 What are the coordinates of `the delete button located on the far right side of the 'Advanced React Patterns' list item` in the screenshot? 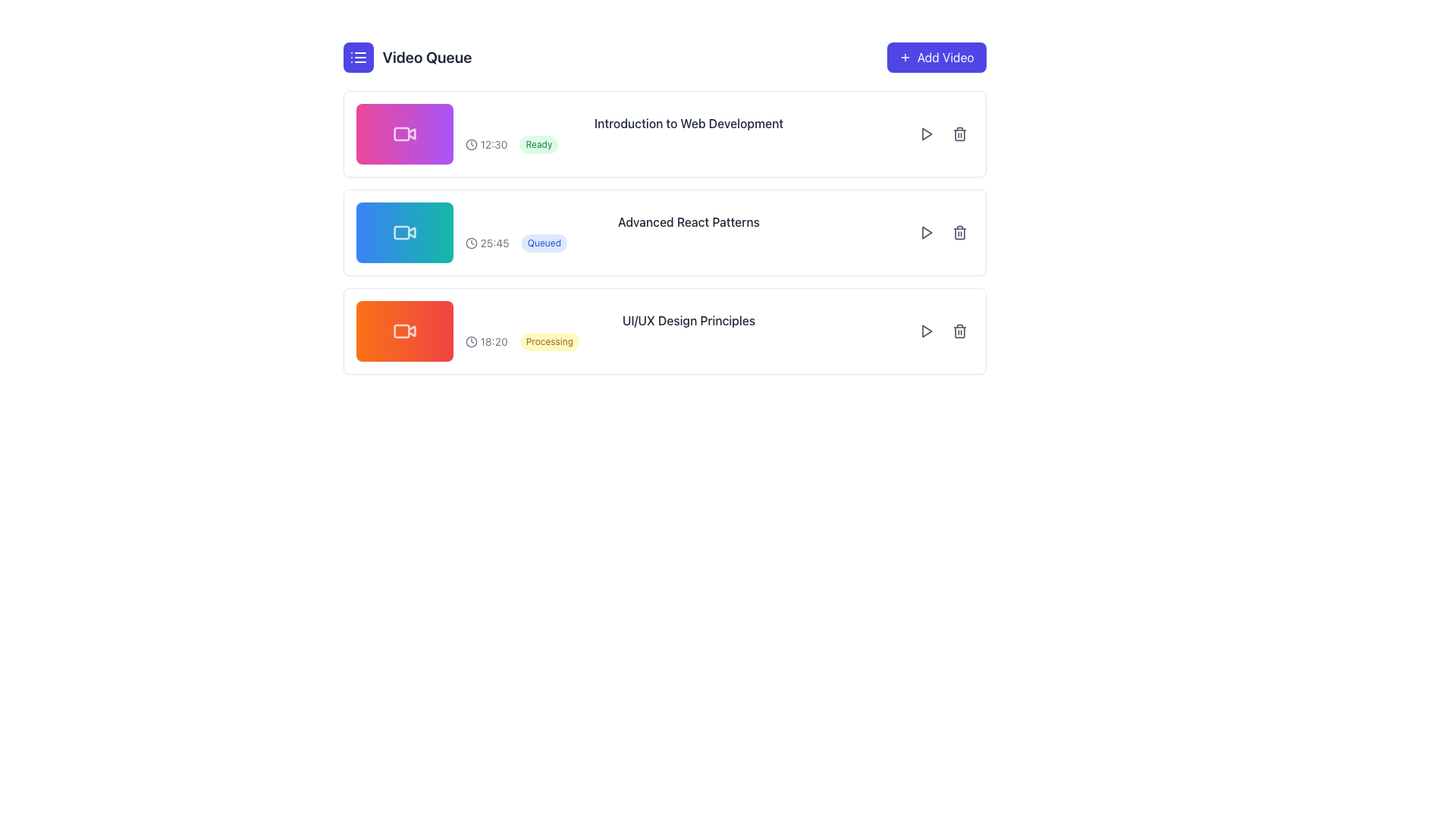 It's located at (959, 233).